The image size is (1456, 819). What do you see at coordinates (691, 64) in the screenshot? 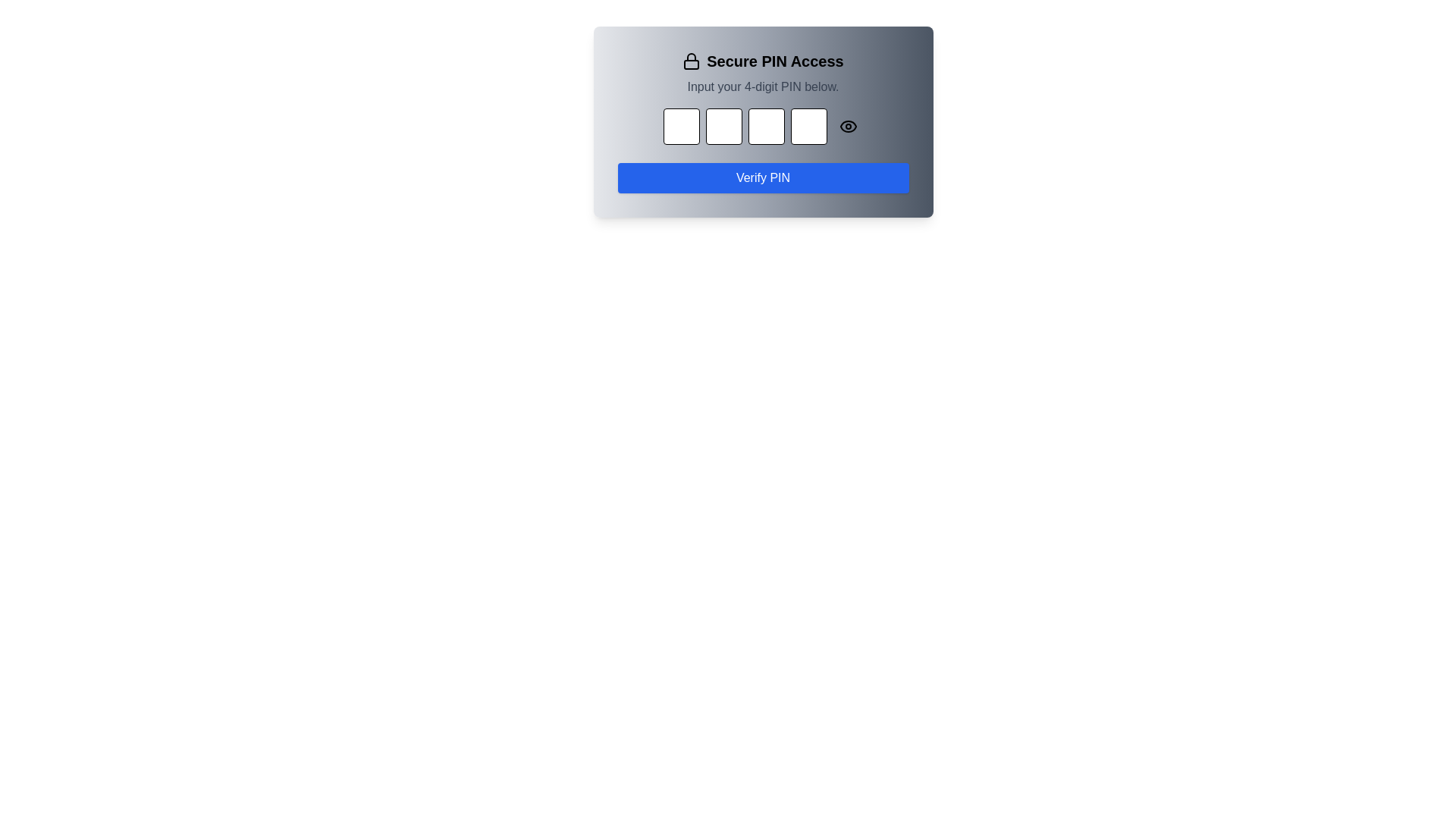
I see `the bottom part of the lock icon, which is represented by an SVG rectangle element, located at the top-left corner of the modal under the 'Secure PIN Access' header` at bounding box center [691, 64].